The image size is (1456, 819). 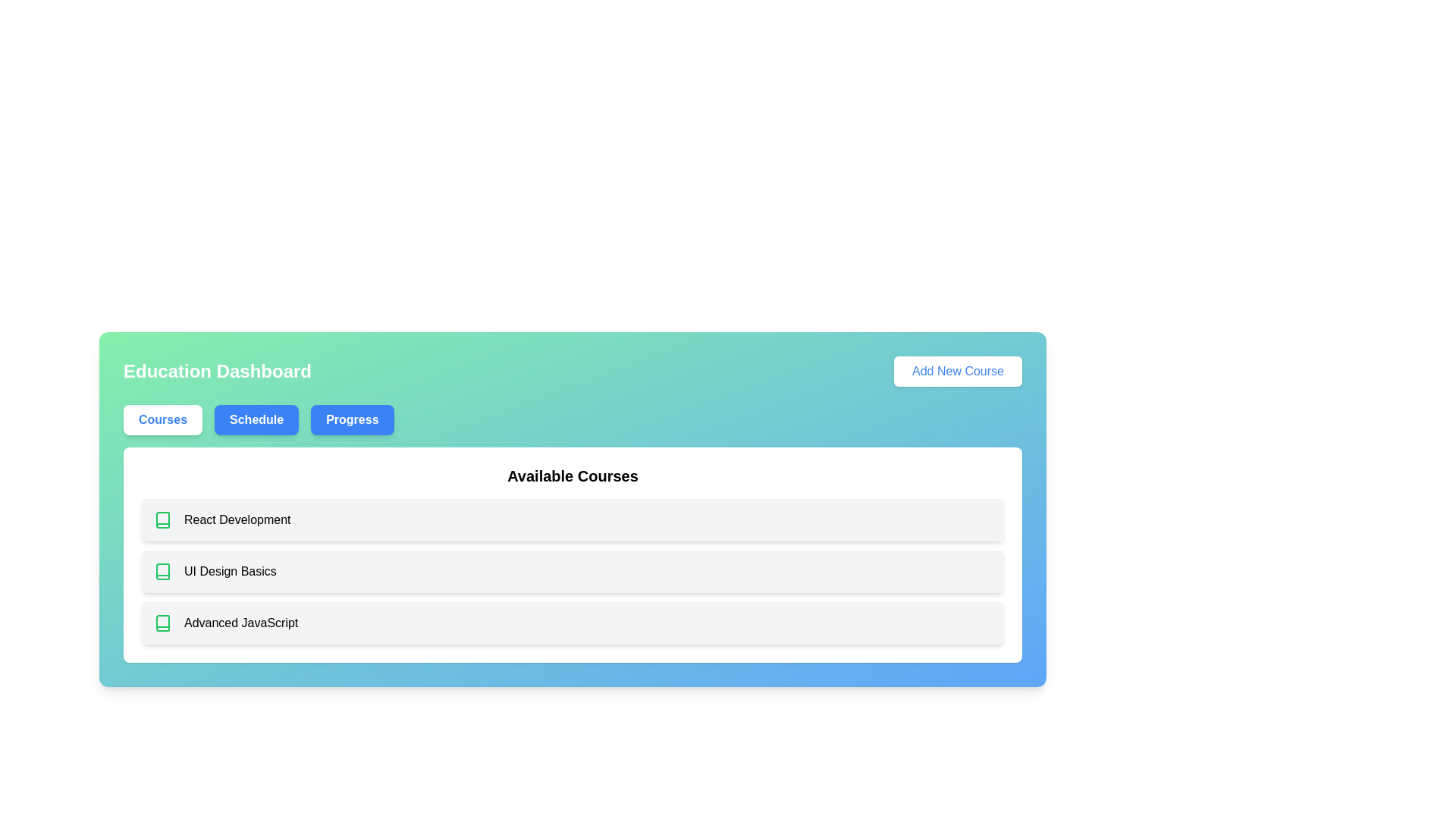 I want to click on title text label located within the second item of the course list, positioned below 'React Development' and above 'Advanced JavaScript', which has a light-gray background and rounded corners, so click(x=229, y=571).